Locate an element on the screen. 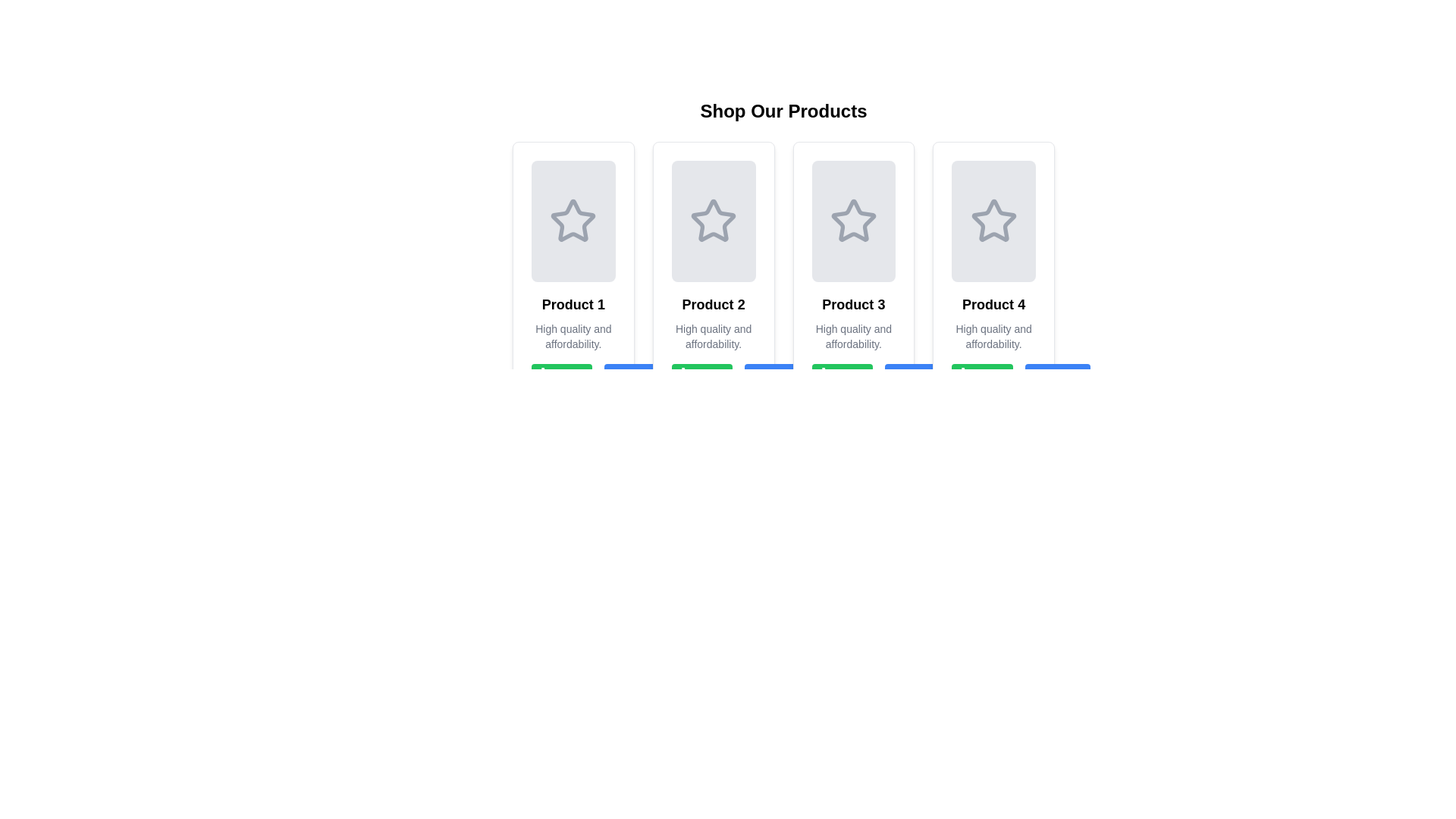 The height and width of the screenshot is (819, 1456). the 'View' button in the group of buttons located at the bottom of the 'Product 3' card is located at coordinates (853, 375).